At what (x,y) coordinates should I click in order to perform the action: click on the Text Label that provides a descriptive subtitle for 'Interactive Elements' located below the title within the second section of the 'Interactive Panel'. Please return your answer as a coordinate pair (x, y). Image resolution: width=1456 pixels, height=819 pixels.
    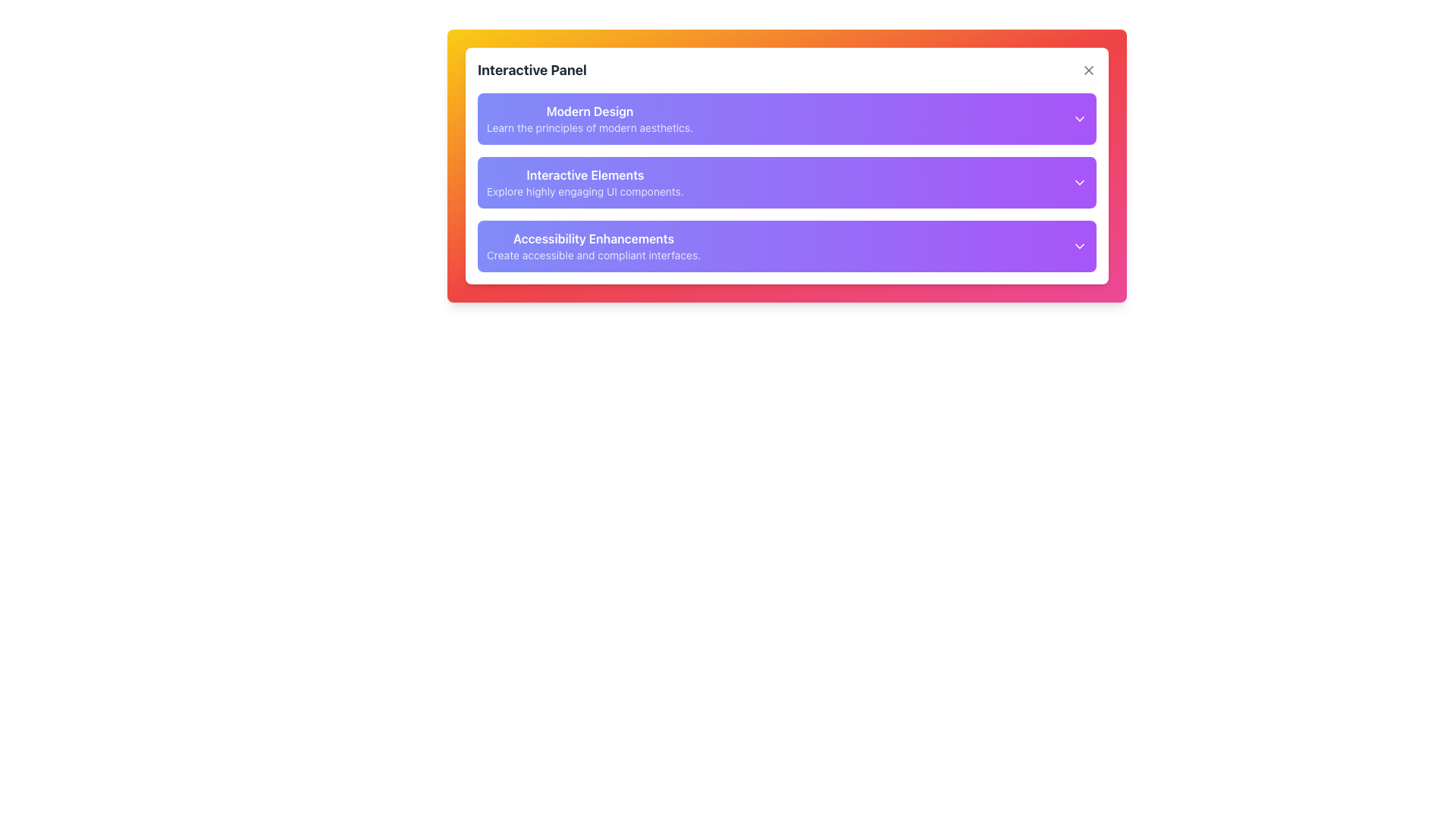
    Looking at the image, I should click on (585, 191).